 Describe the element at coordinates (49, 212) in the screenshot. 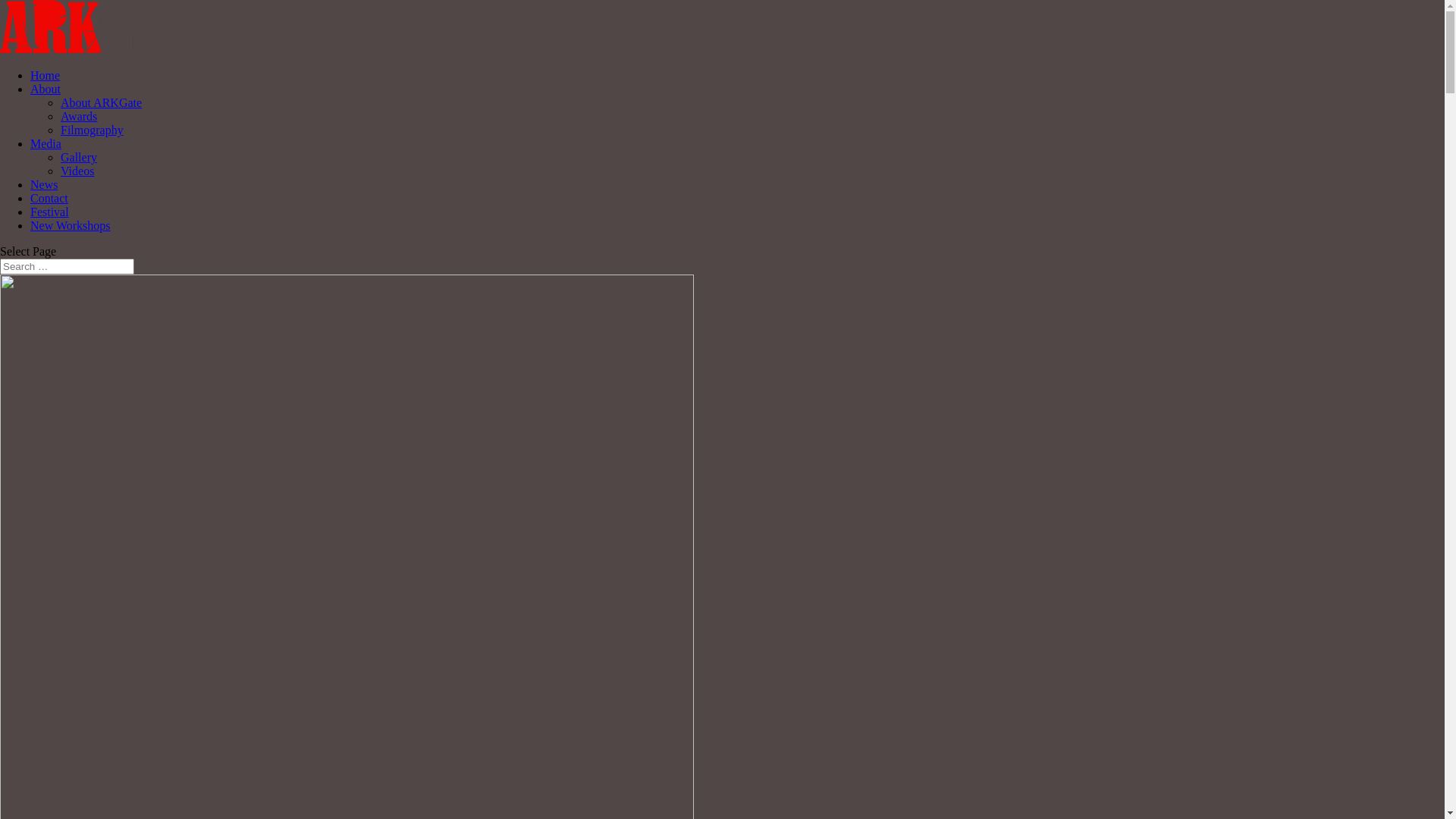

I see `'Festival'` at that location.